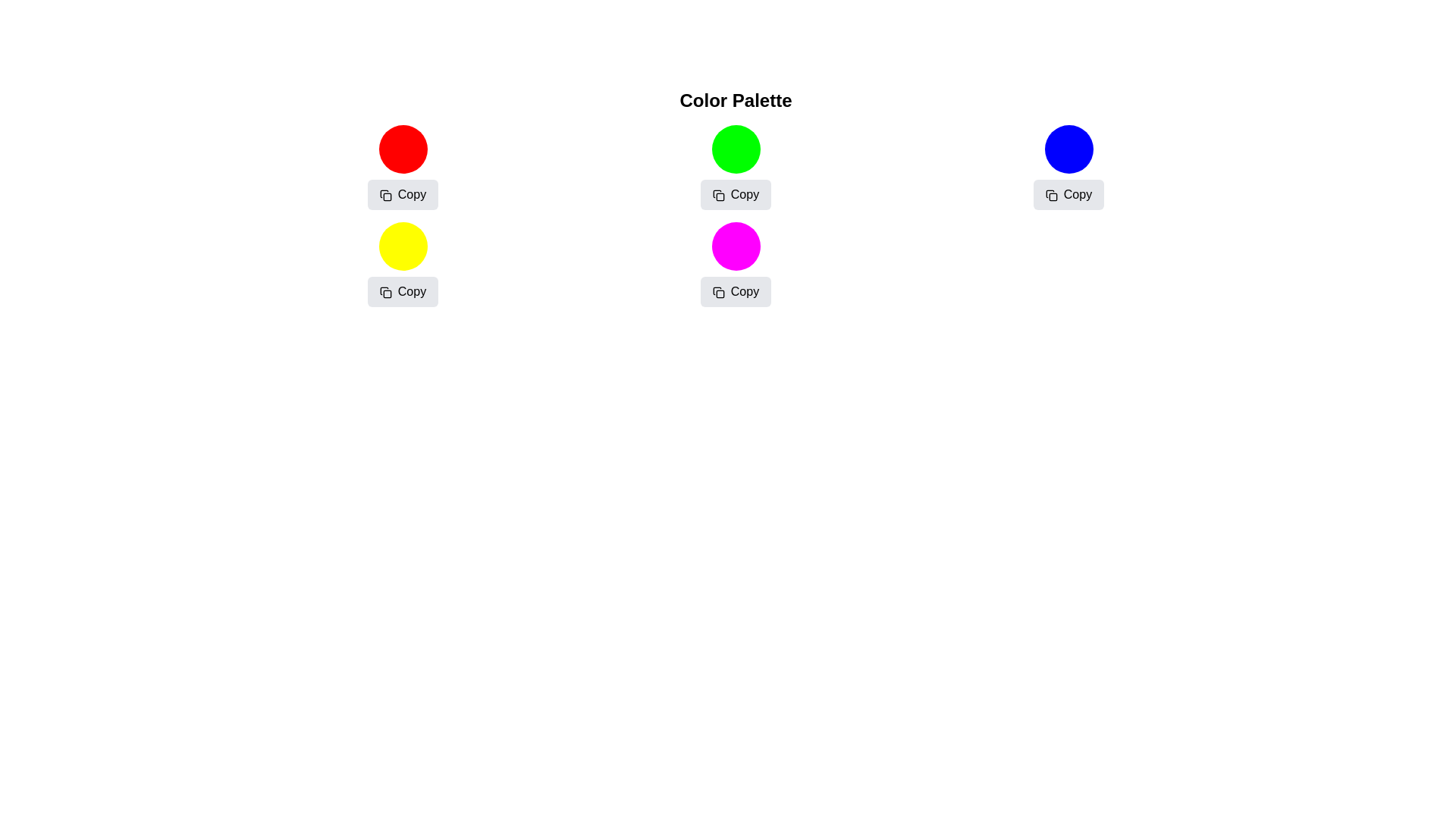 The height and width of the screenshot is (819, 1456). I want to click on the magenta icon located in the middle of the central column of a 3-column grid layout, so click(736, 263).